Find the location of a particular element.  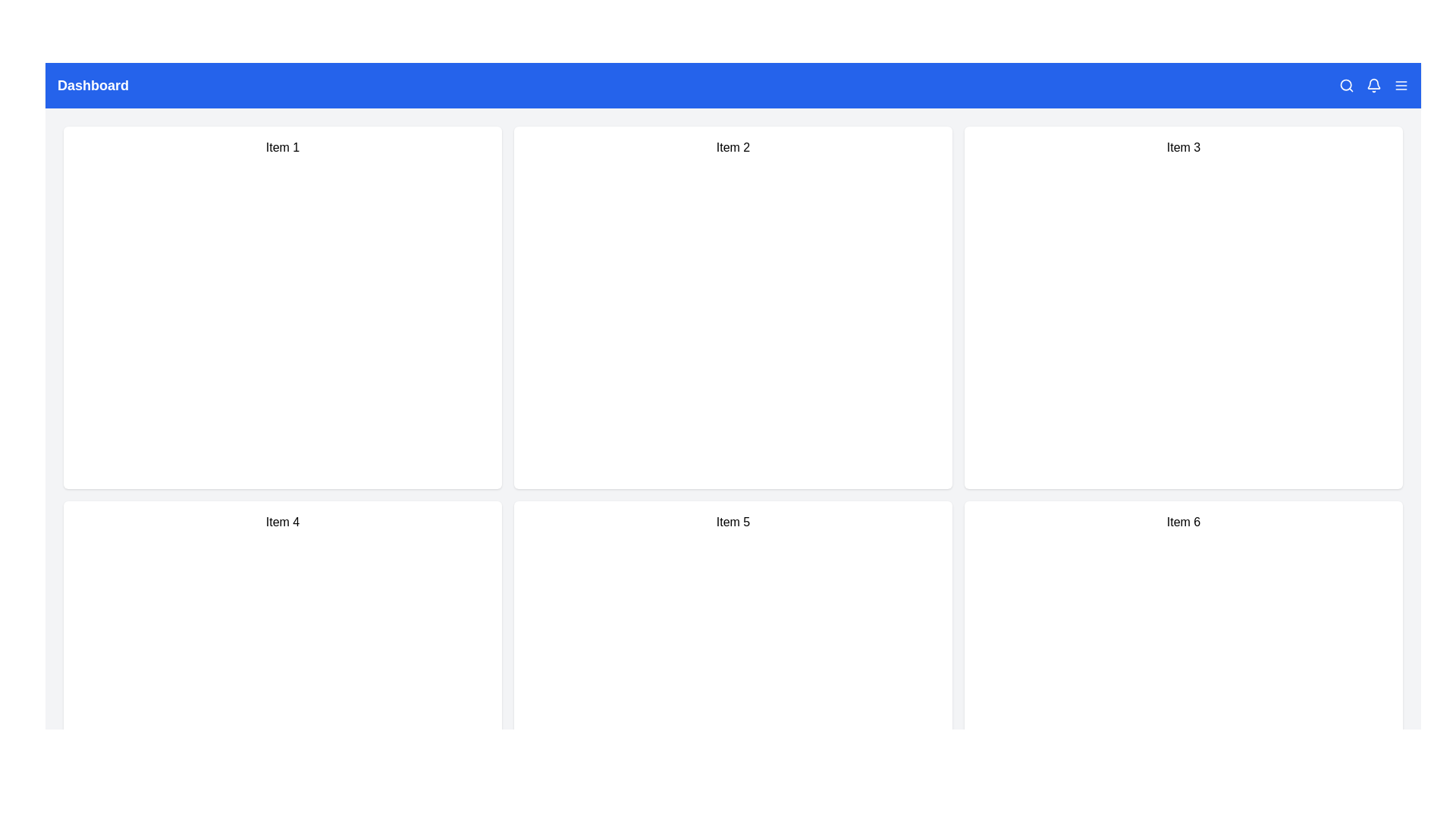

the display card labeled 'Item 3', which is a rectangular card with a white background and rounded corners located in the first row and third column of the grid layout is located at coordinates (1182, 307).